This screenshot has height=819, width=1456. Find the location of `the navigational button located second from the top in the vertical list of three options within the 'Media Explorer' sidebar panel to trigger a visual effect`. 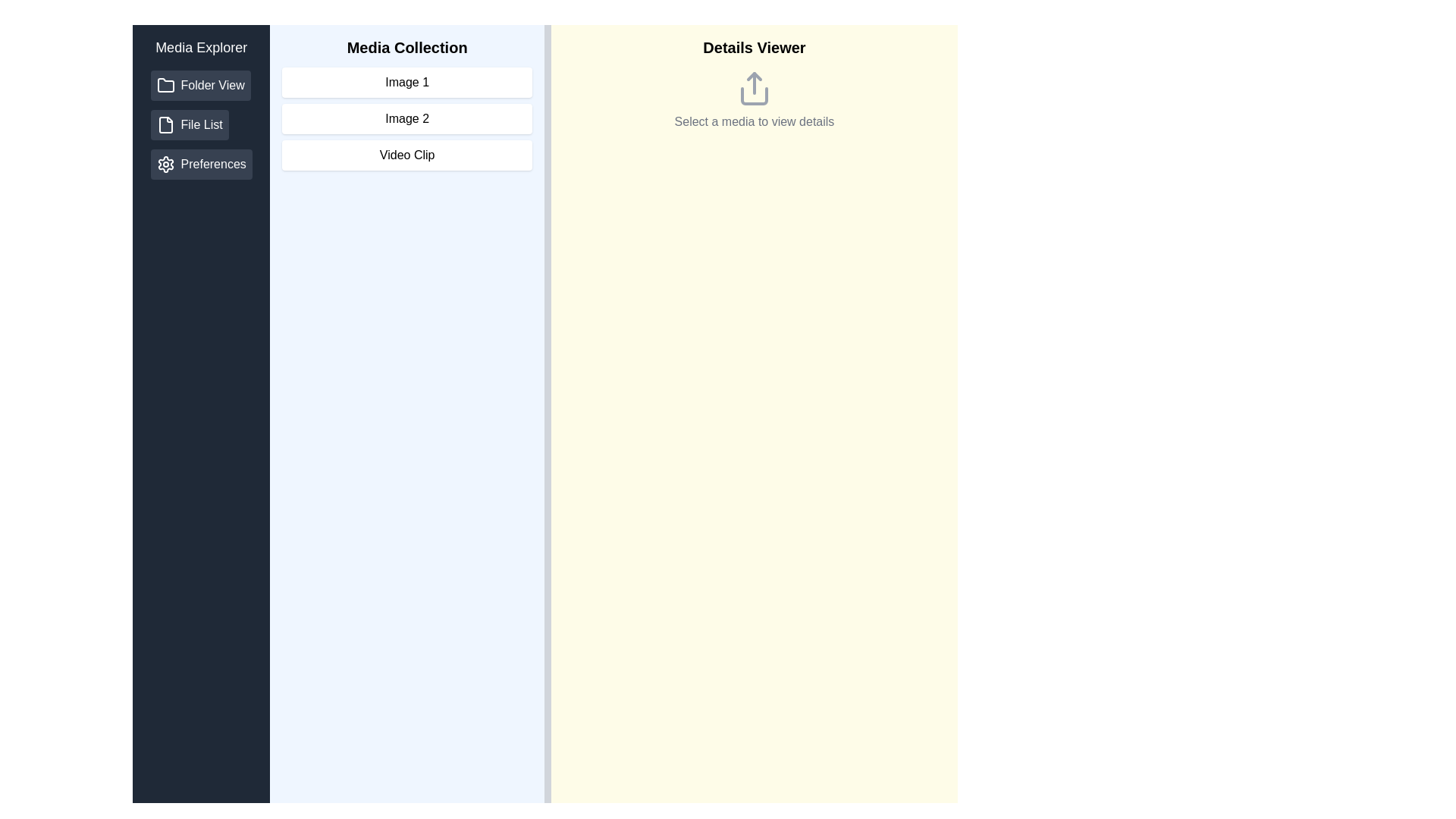

the navigational button located second from the top in the vertical list of three options within the 'Media Explorer' sidebar panel to trigger a visual effect is located at coordinates (189, 124).